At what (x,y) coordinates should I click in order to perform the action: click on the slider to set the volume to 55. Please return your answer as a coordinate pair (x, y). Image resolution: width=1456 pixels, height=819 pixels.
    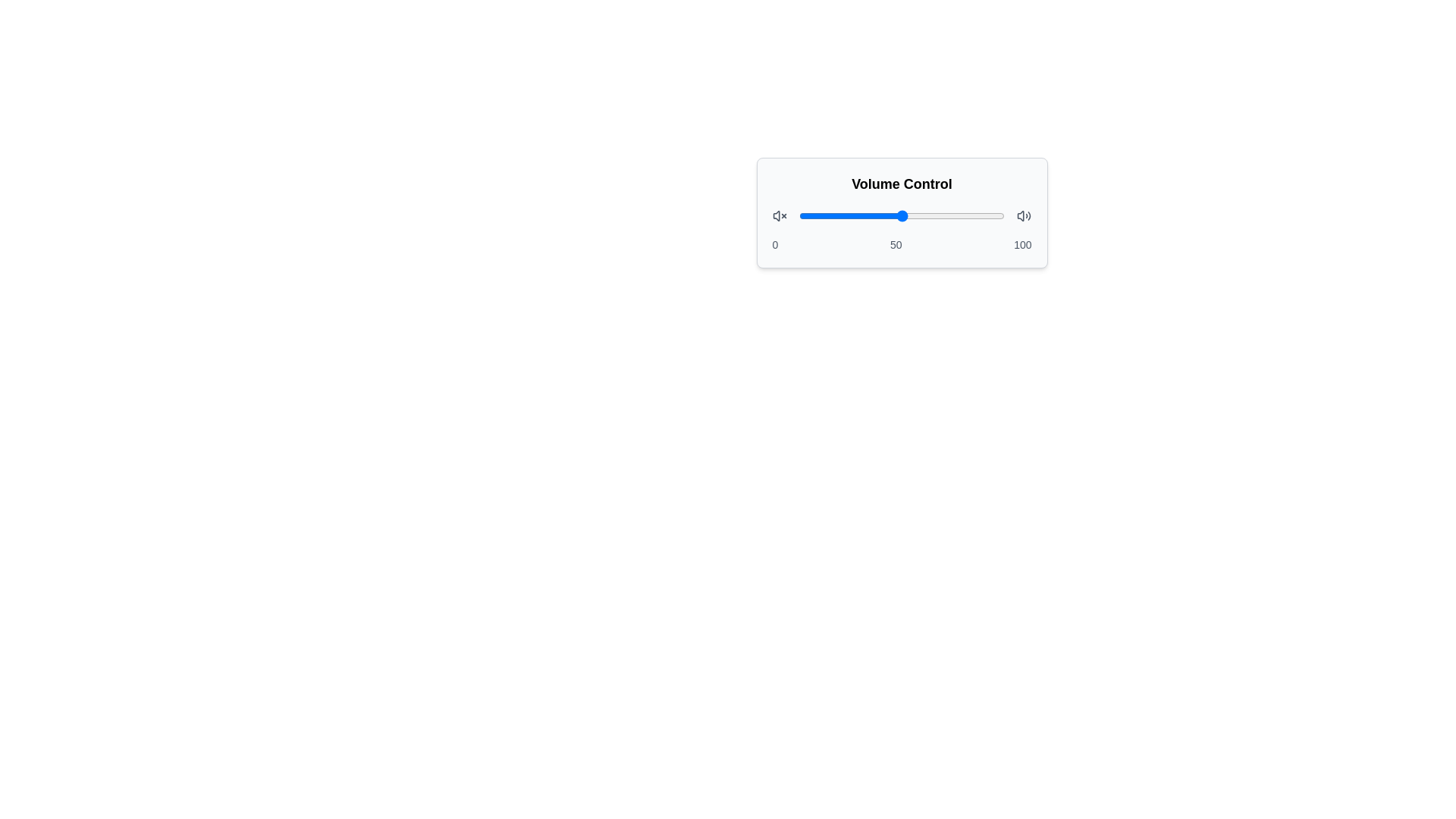
    Looking at the image, I should click on (912, 216).